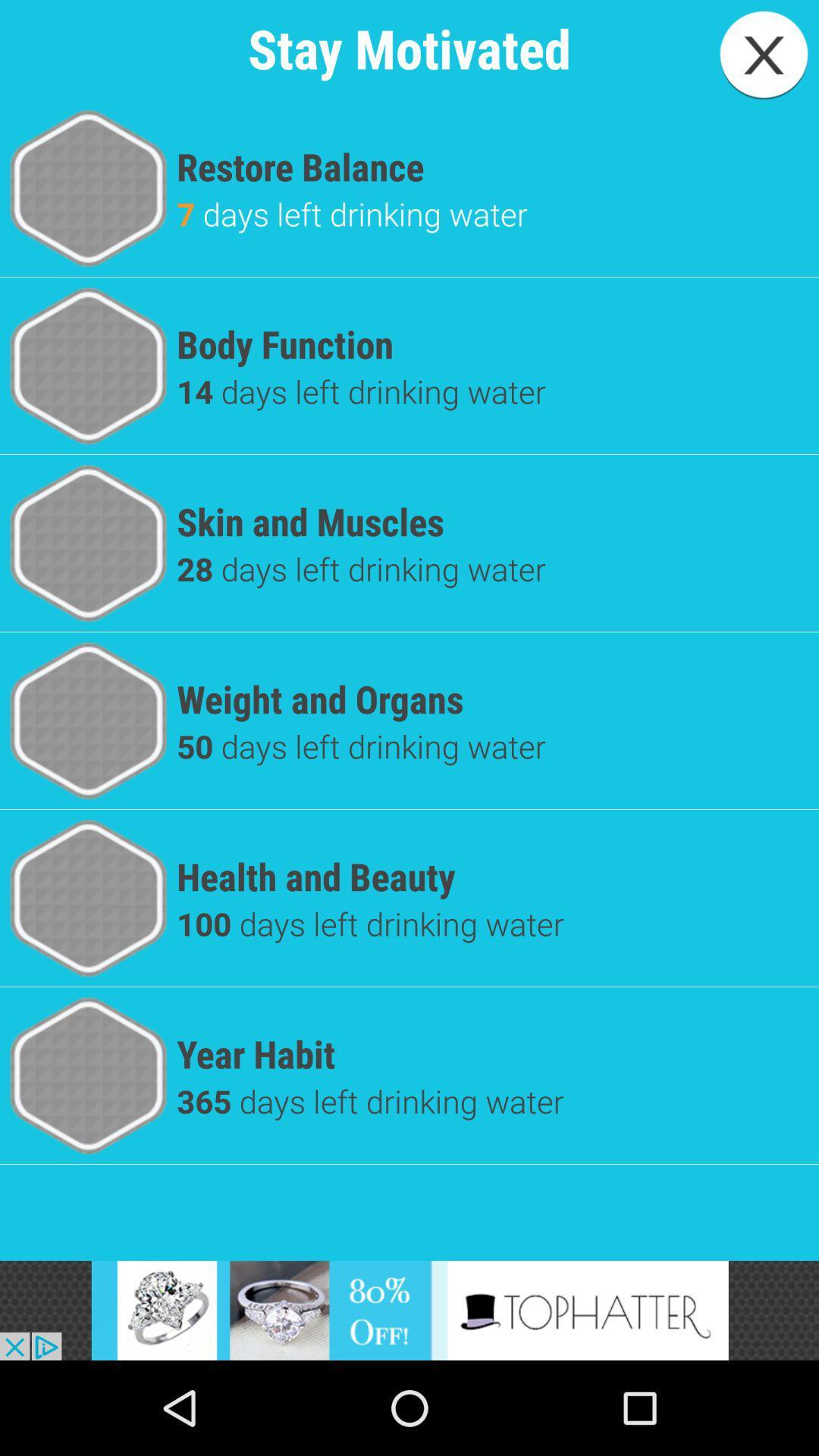 This screenshot has height=1456, width=819. I want to click on more information about an advertisement, so click(409, 1310).